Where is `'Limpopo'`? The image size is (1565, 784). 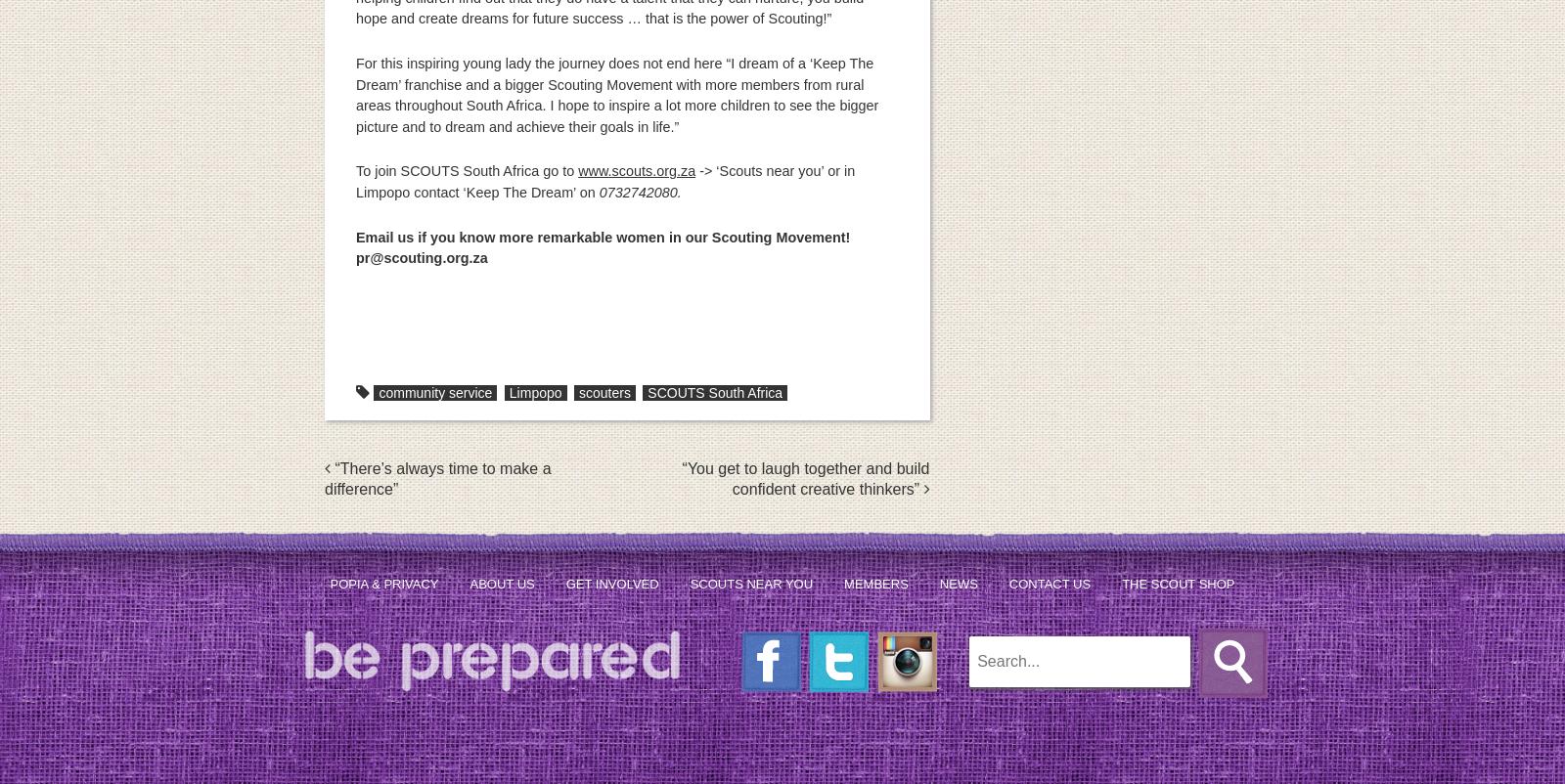
'Limpopo' is located at coordinates (534, 392).